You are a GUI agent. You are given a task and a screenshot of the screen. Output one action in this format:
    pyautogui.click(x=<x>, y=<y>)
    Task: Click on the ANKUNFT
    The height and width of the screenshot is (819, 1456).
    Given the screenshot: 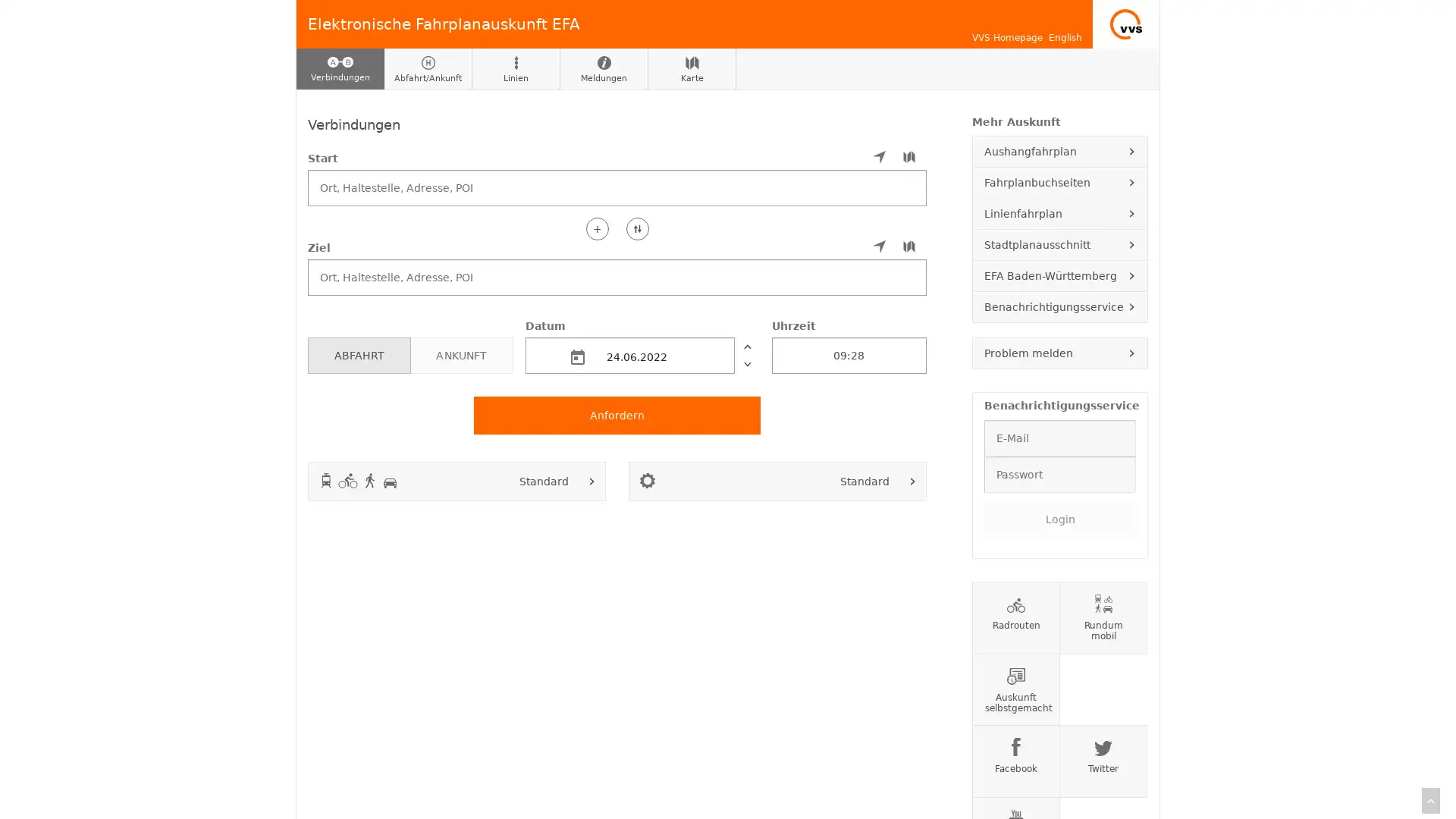 What is the action you would take?
    pyautogui.click(x=460, y=354)
    